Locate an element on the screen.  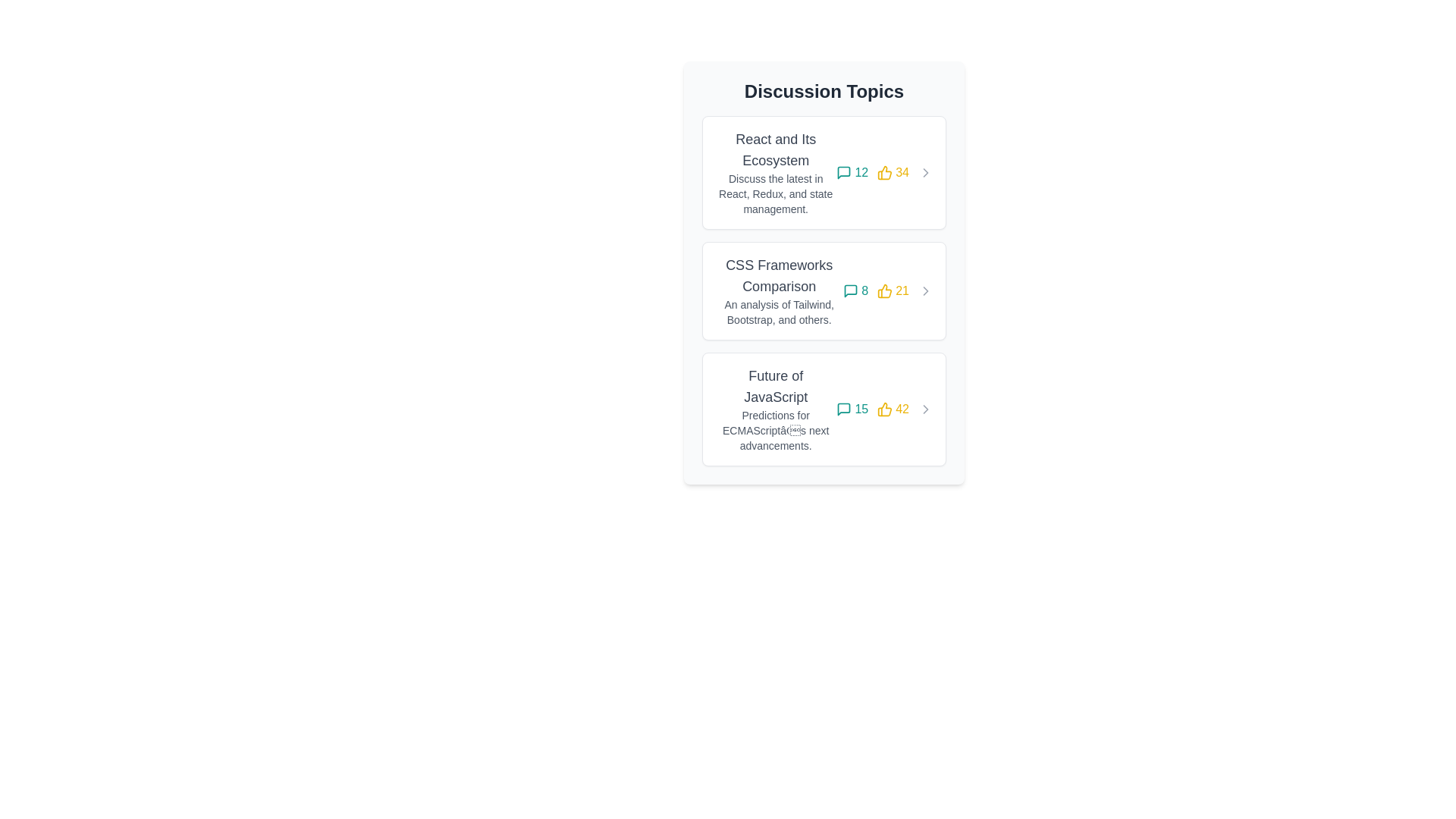
the visual styling of the endorsement icon located within the 'Discussion Topics' panel, specifically for the first topic entry titled 'React and Its Ecosystem', positioned to the right of the count number (34) is located at coordinates (885, 171).